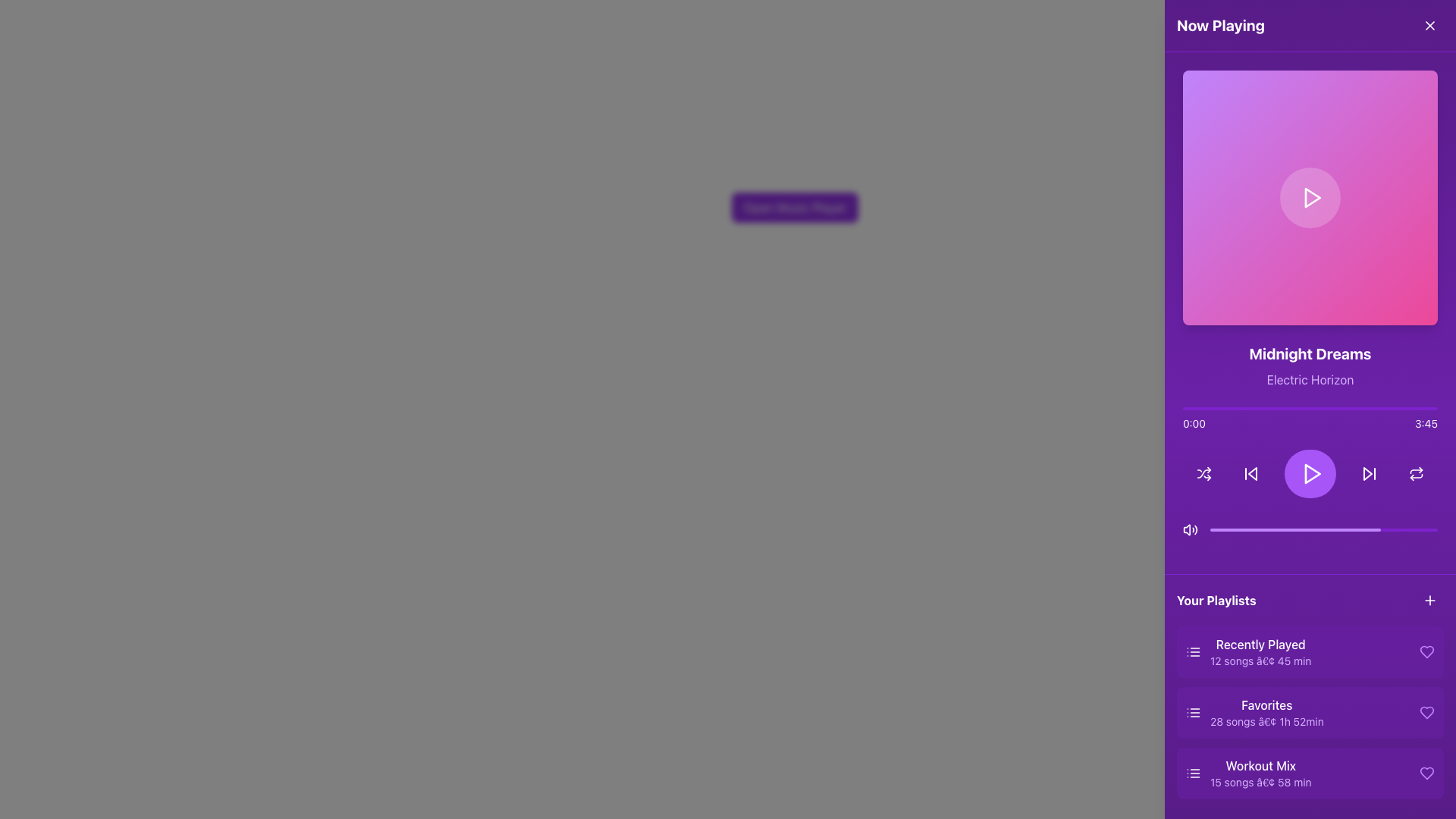 This screenshot has height=819, width=1456. I want to click on the heart icon located at the far right of the 'Recently Played' playlist item in the 'Your Playlists' section to indicate liking or favoriting, so click(1426, 651).